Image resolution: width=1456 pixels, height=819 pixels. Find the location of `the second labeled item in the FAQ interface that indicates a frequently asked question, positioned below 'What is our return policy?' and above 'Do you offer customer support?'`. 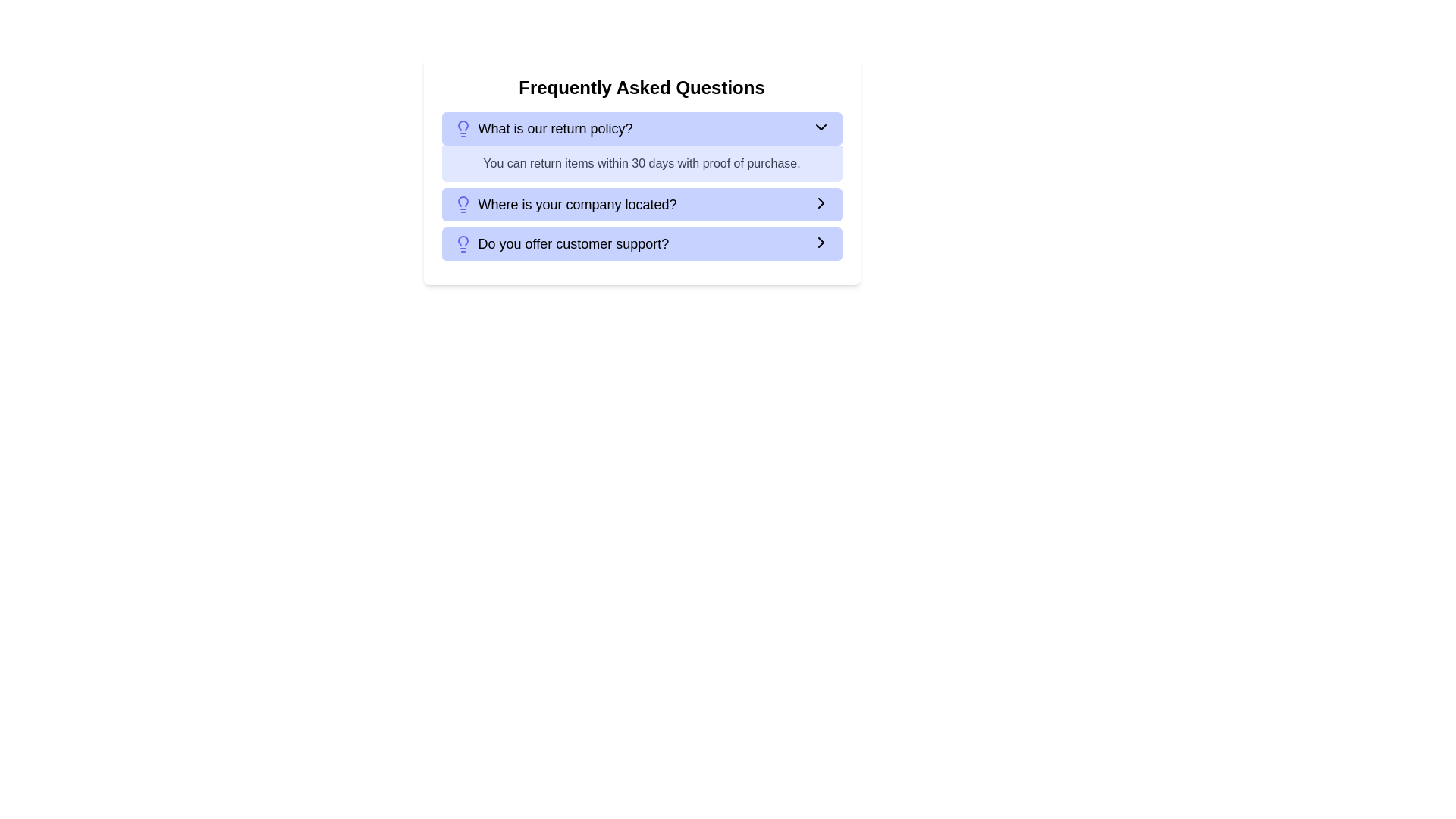

the second labeled item in the FAQ interface that indicates a frequently asked question, positioned below 'What is our return policy?' and above 'Do you offer customer support?' is located at coordinates (564, 205).